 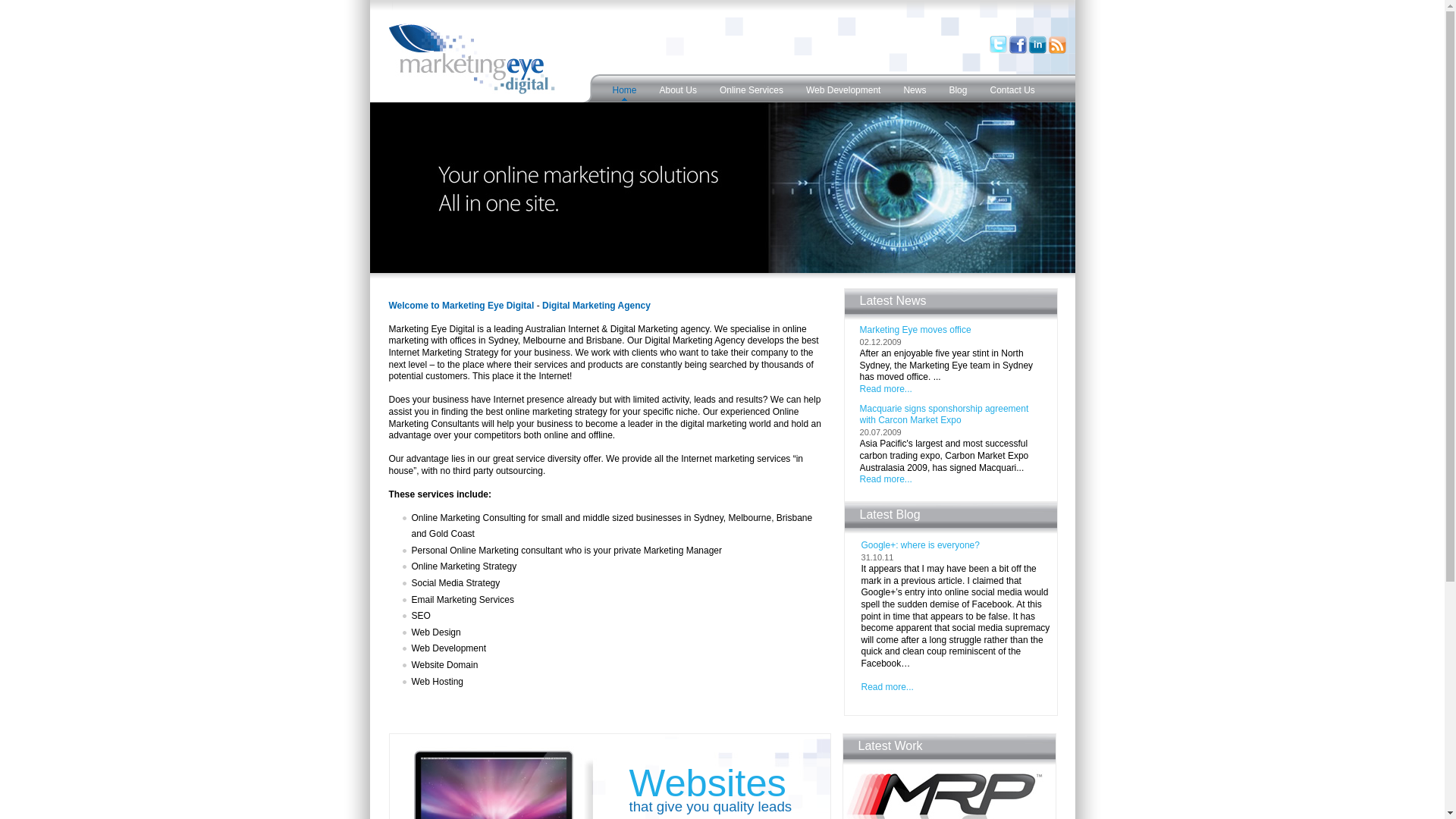 I want to click on 'Marketing Eye Digital', so click(x=388, y=58).